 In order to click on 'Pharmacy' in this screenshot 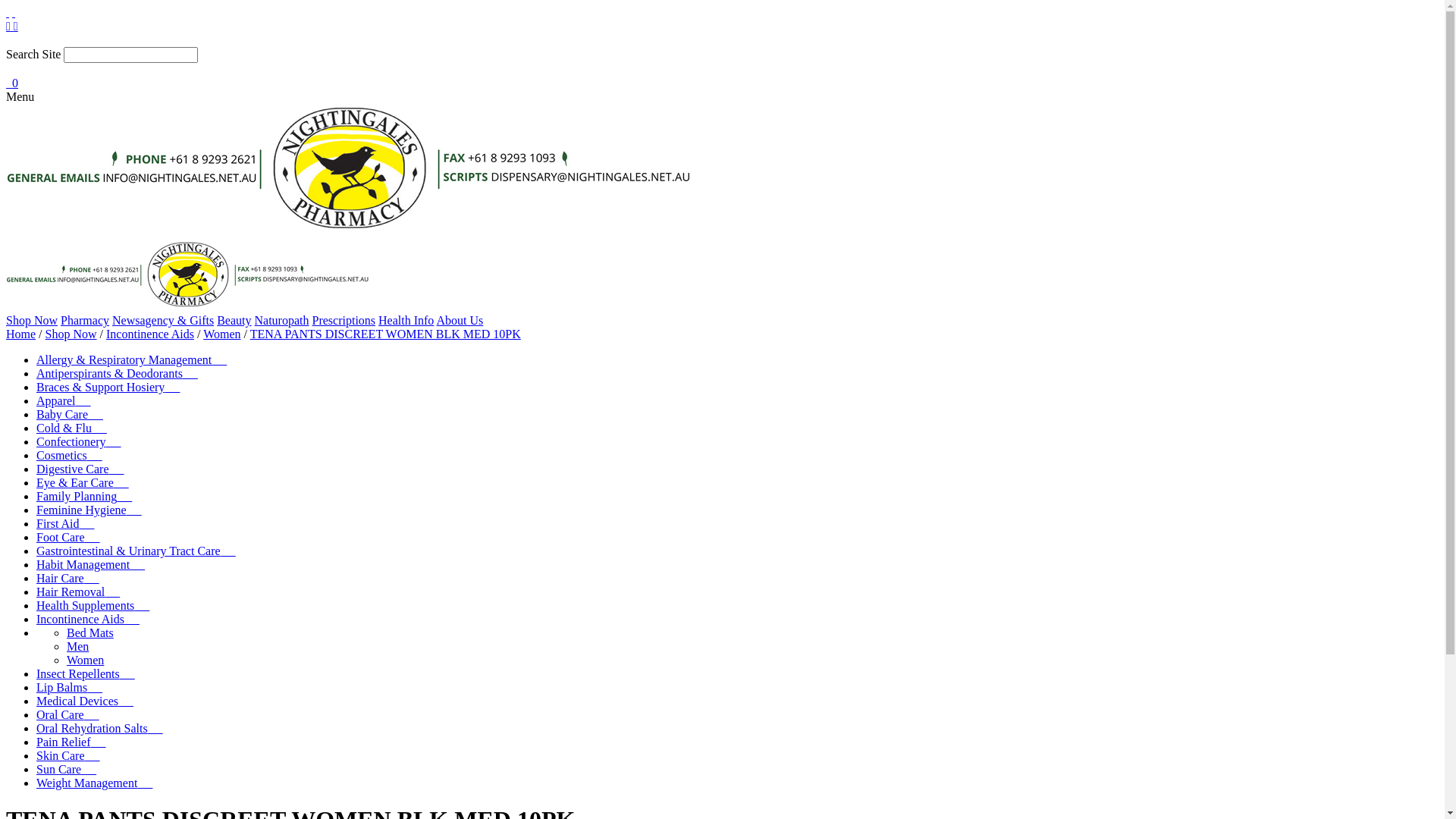, I will do `click(83, 319)`.